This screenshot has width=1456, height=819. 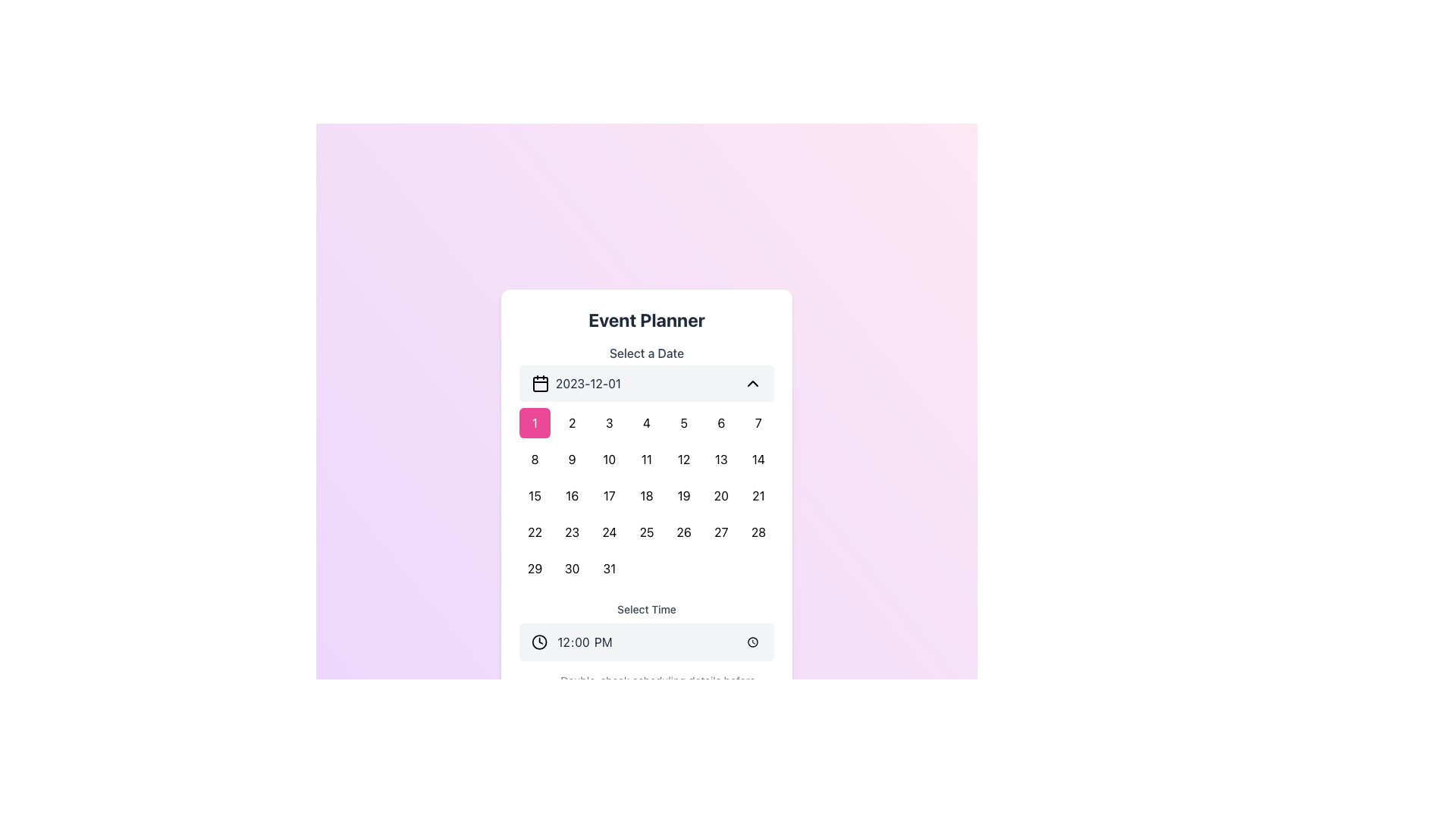 I want to click on the date picker widget, so click(x=647, y=463).